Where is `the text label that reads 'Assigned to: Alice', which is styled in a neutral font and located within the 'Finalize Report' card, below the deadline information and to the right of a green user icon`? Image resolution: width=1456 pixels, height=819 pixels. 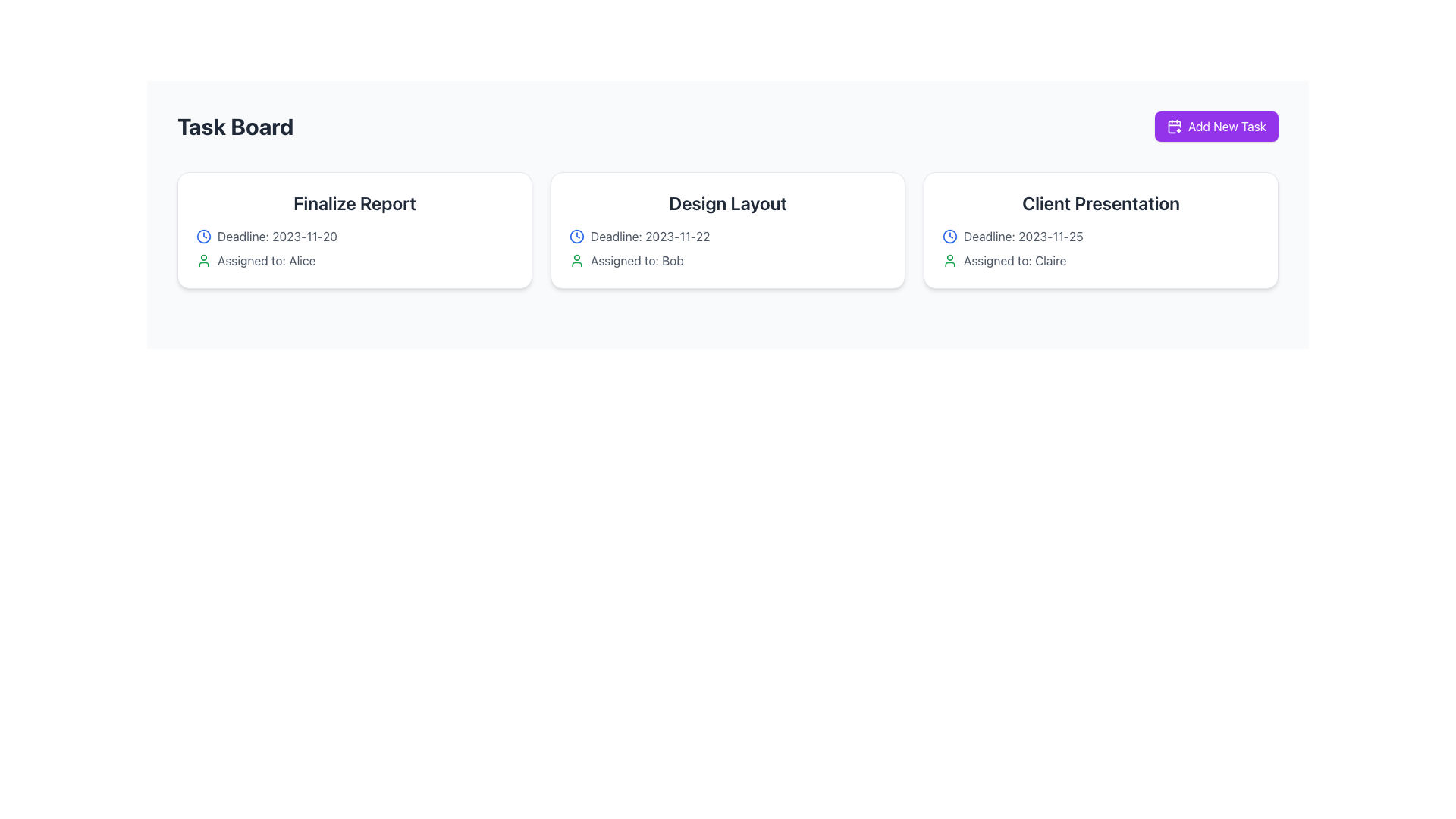
the text label that reads 'Assigned to: Alice', which is styled in a neutral font and located within the 'Finalize Report' card, below the deadline information and to the right of a green user icon is located at coordinates (266, 259).